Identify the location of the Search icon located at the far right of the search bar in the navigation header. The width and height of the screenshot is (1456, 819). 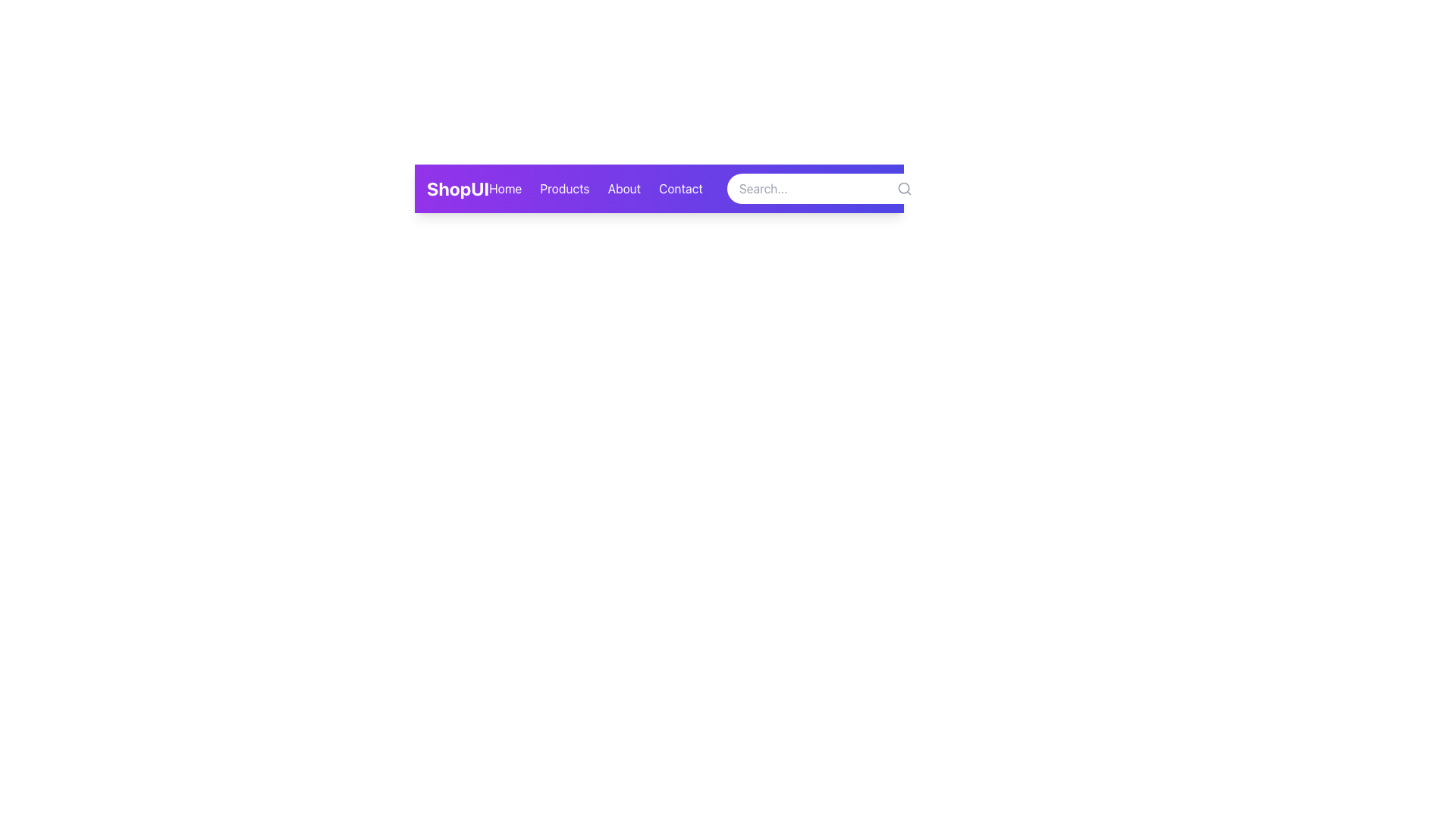
(904, 188).